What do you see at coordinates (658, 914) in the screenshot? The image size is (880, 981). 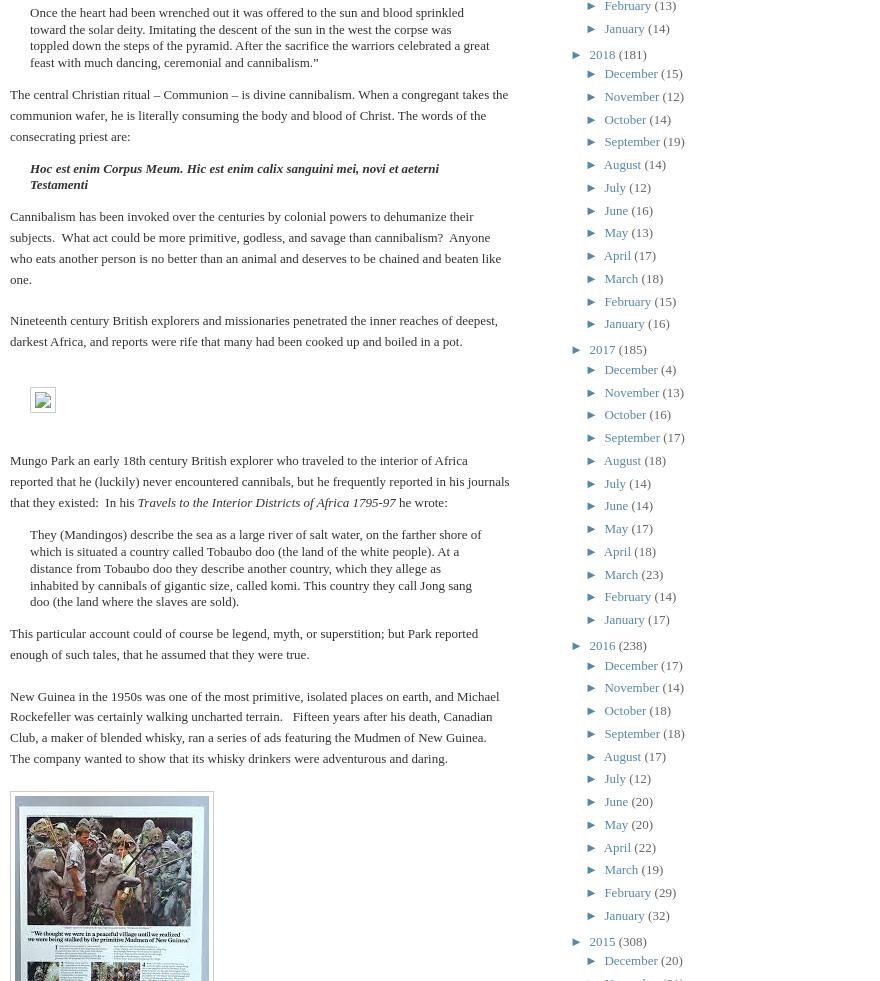 I see `'(32)'` at bounding box center [658, 914].